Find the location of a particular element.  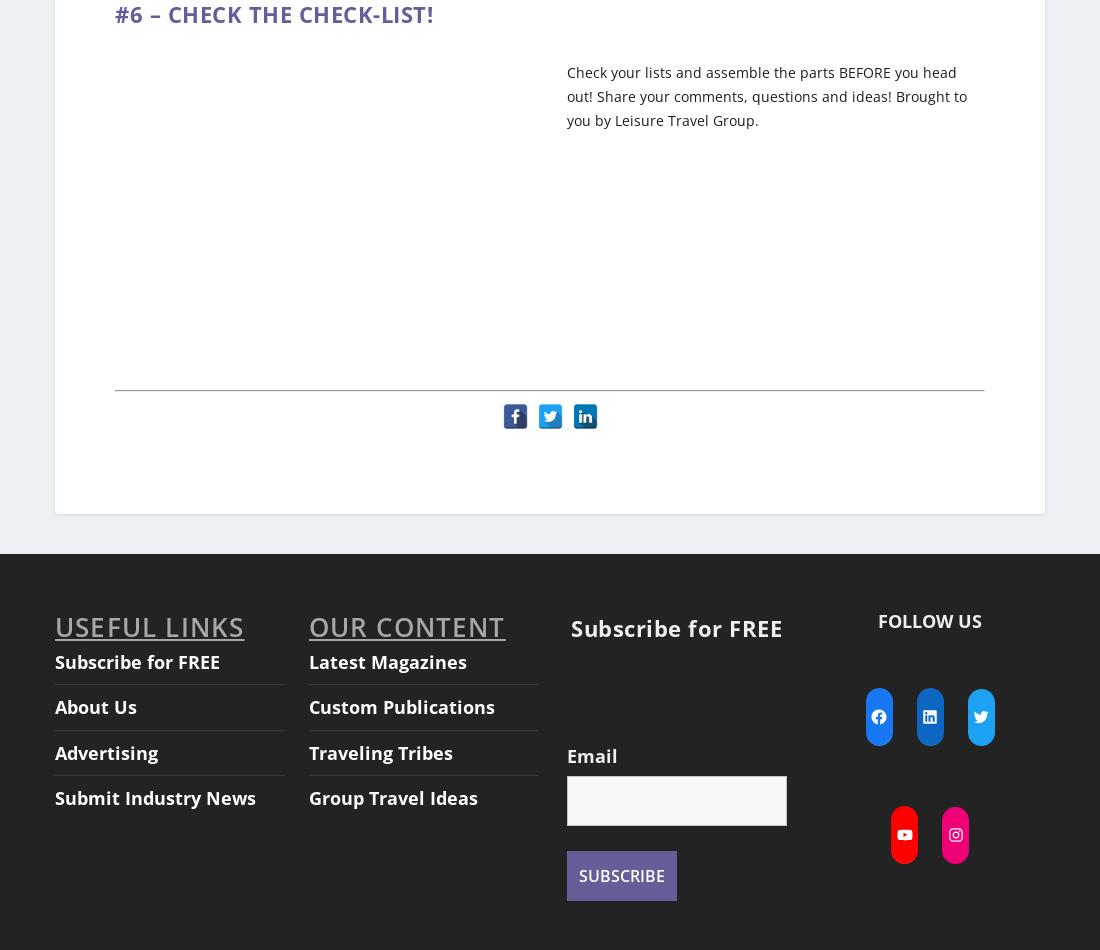

'USEFUL LINKS' is located at coordinates (148, 608).